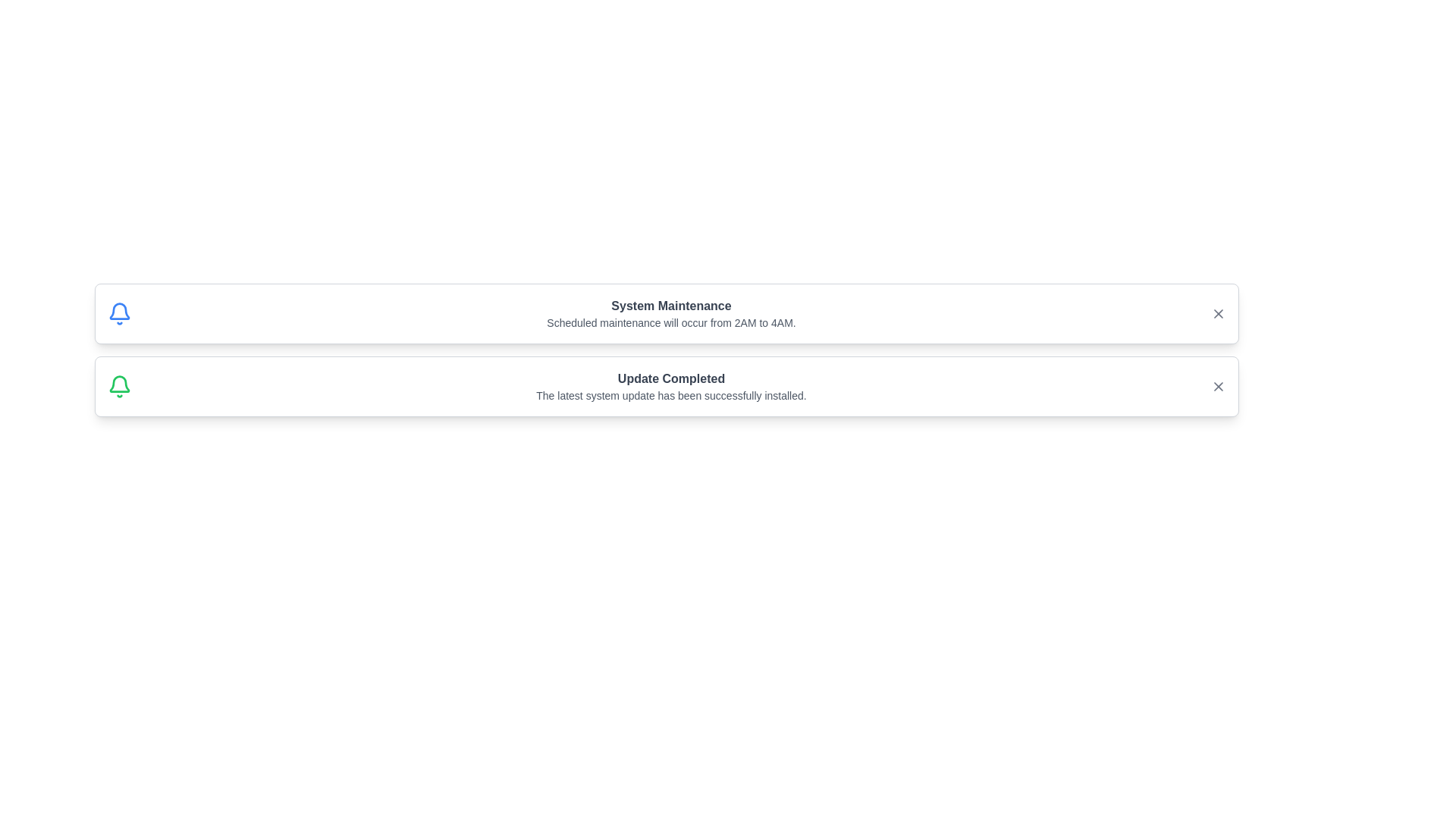 This screenshot has height=819, width=1456. What do you see at coordinates (670, 306) in the screenshot?
I see `the notification's title and description by focusing on the text elements` at bounding box center [670, 306].